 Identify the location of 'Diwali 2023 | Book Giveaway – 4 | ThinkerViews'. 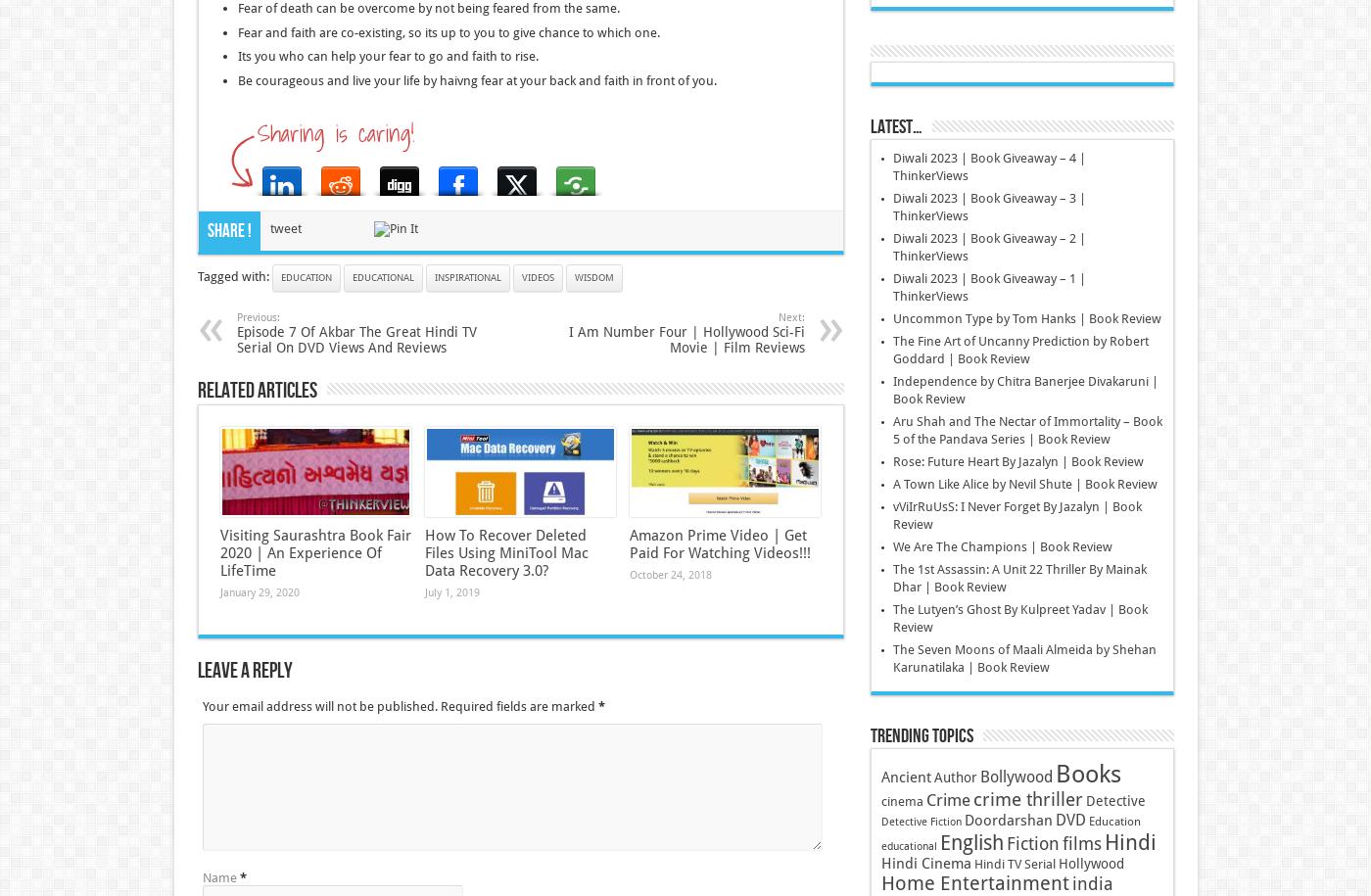
(891, 165).